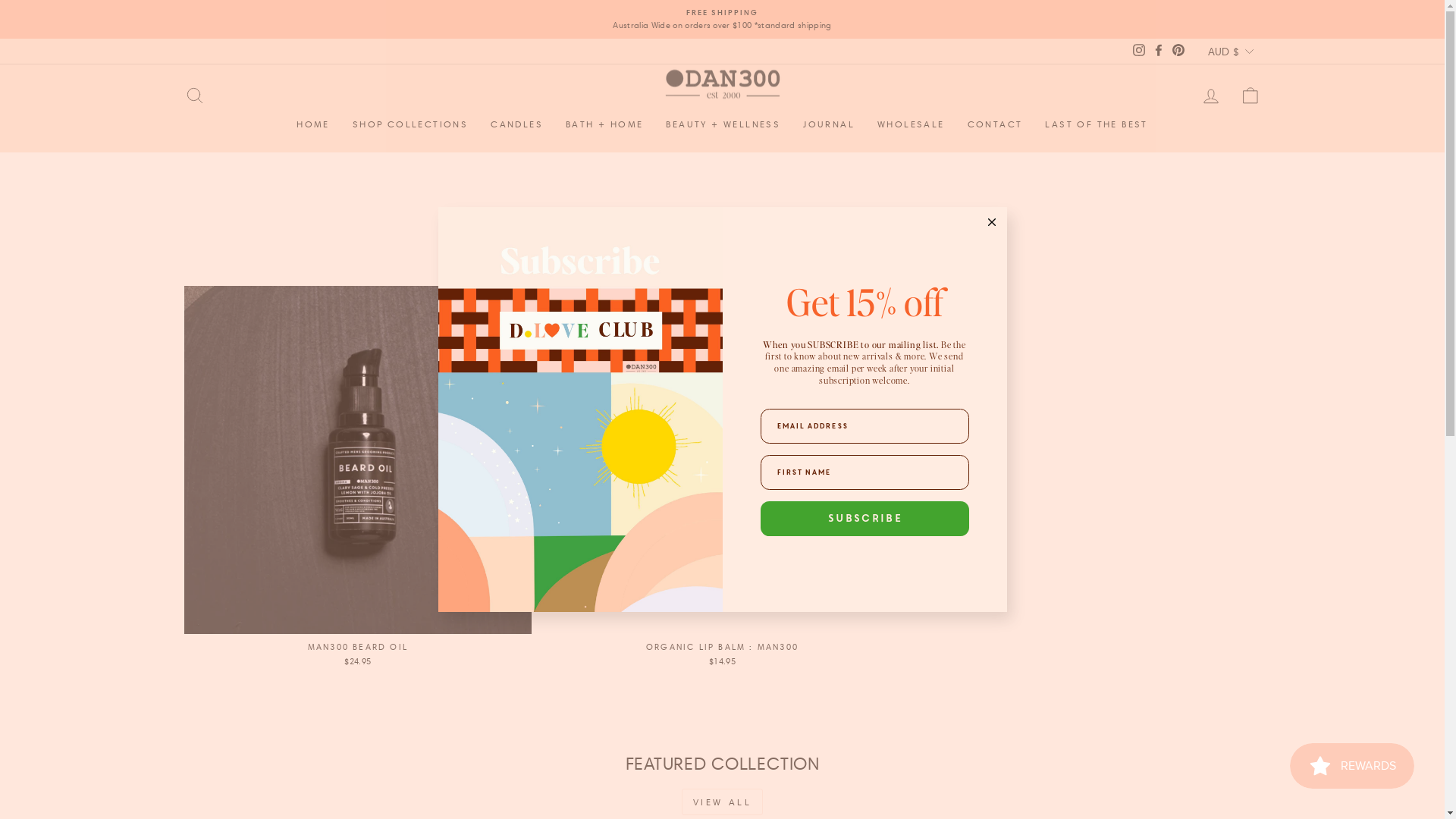  Describe the element at coordinates (1249, 96) in the screenshot. I see `'CART'` at that location.